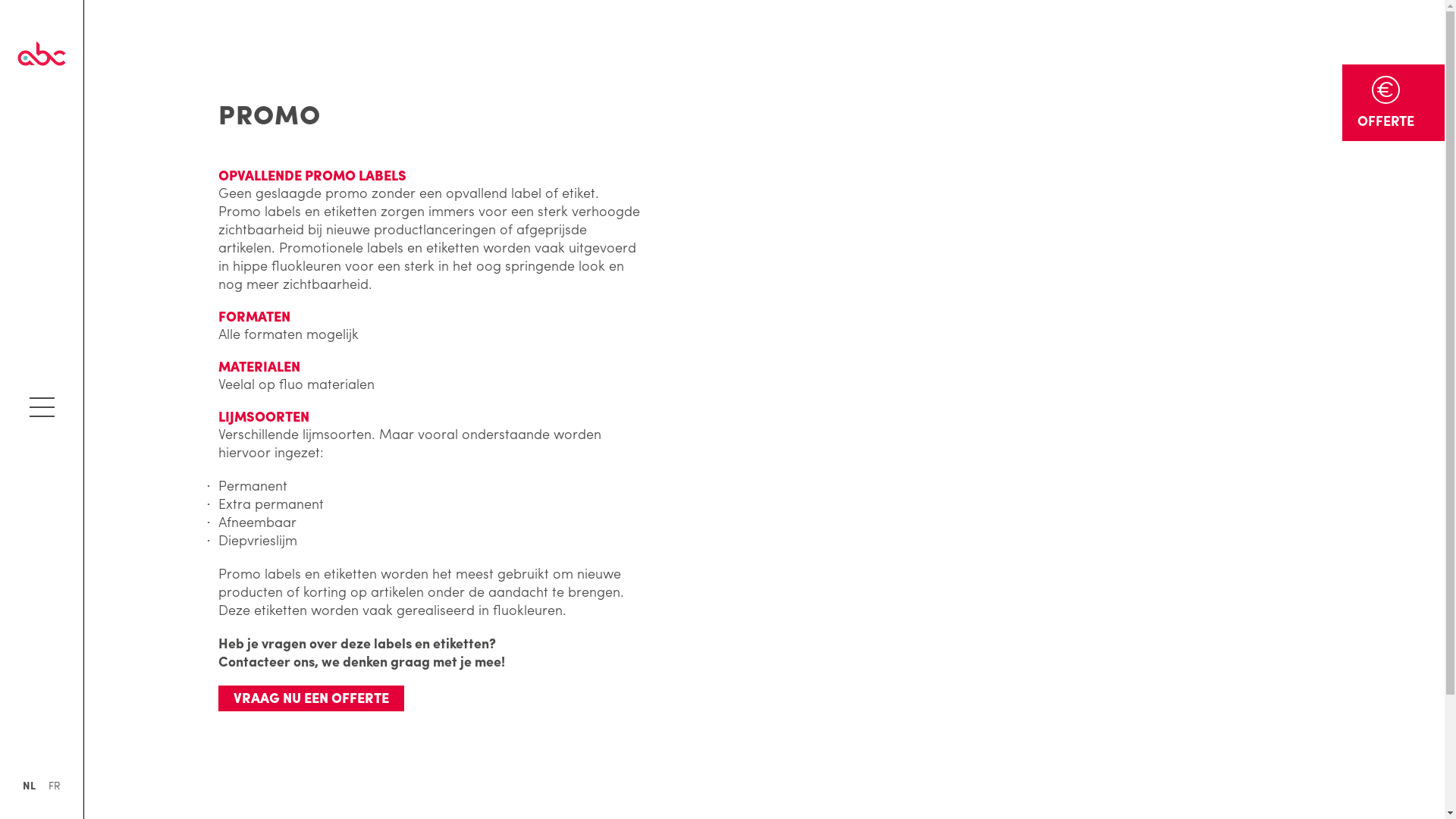  What do you see at coordinates (55, 784) in the screenshot?
I see `'FR'` at bounding box center [55, 784].